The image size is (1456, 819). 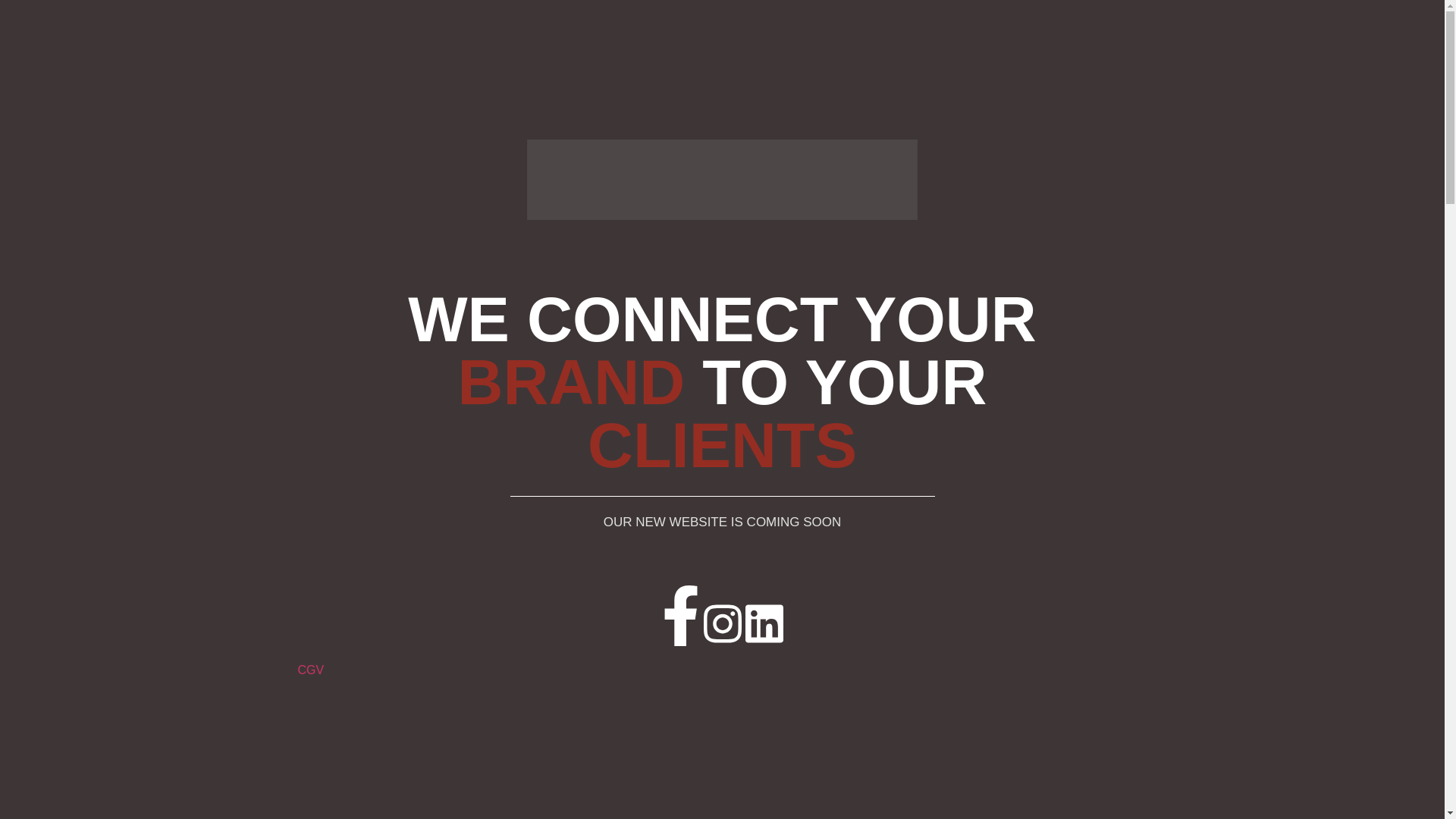 What do you see at coordinates (309, 669) in the screenshot?
I see `'CGV'` at bounding box center [309, 669].